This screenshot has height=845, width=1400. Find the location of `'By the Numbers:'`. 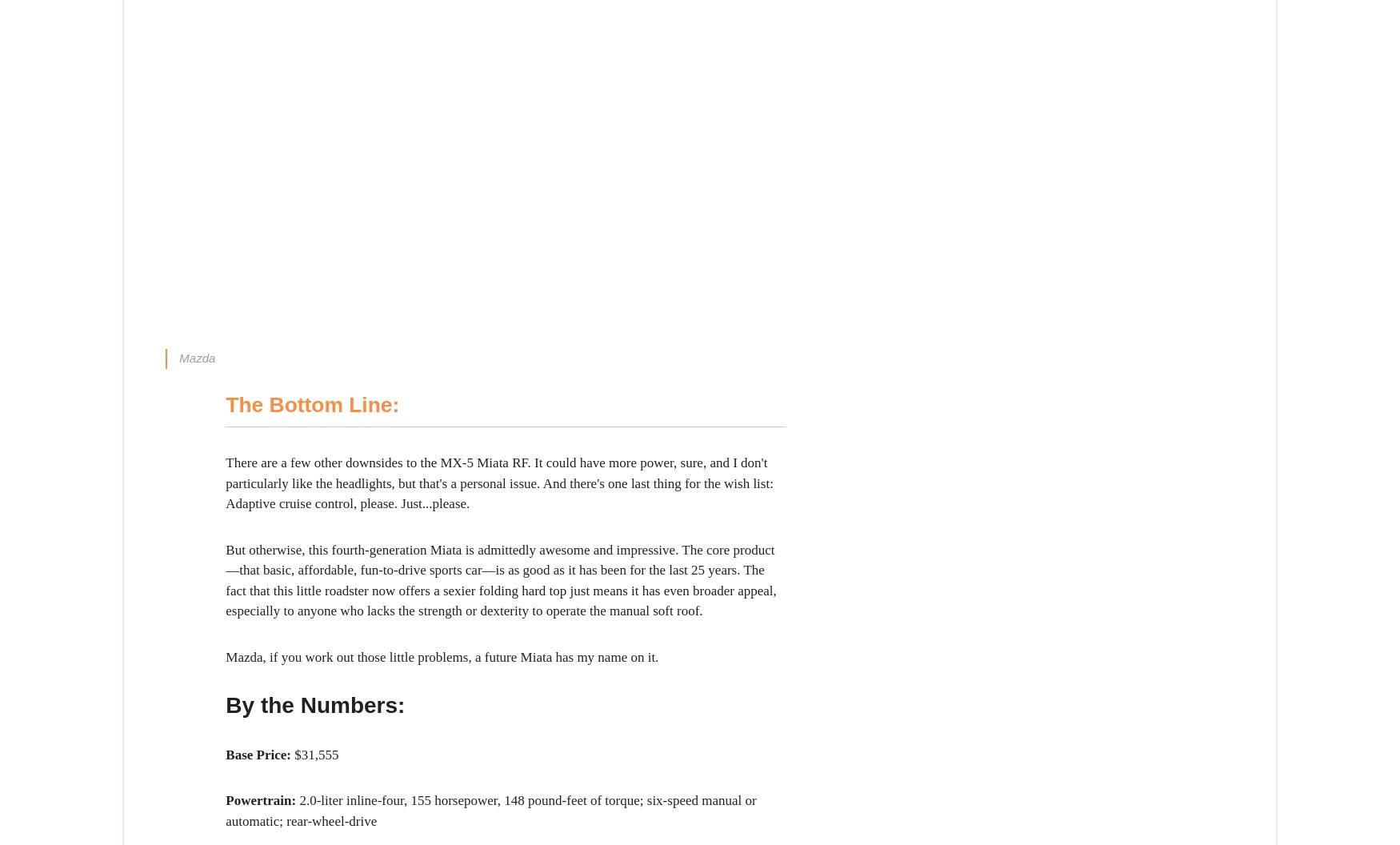

'By the Numbers:' is located at coordinates (314, 704).